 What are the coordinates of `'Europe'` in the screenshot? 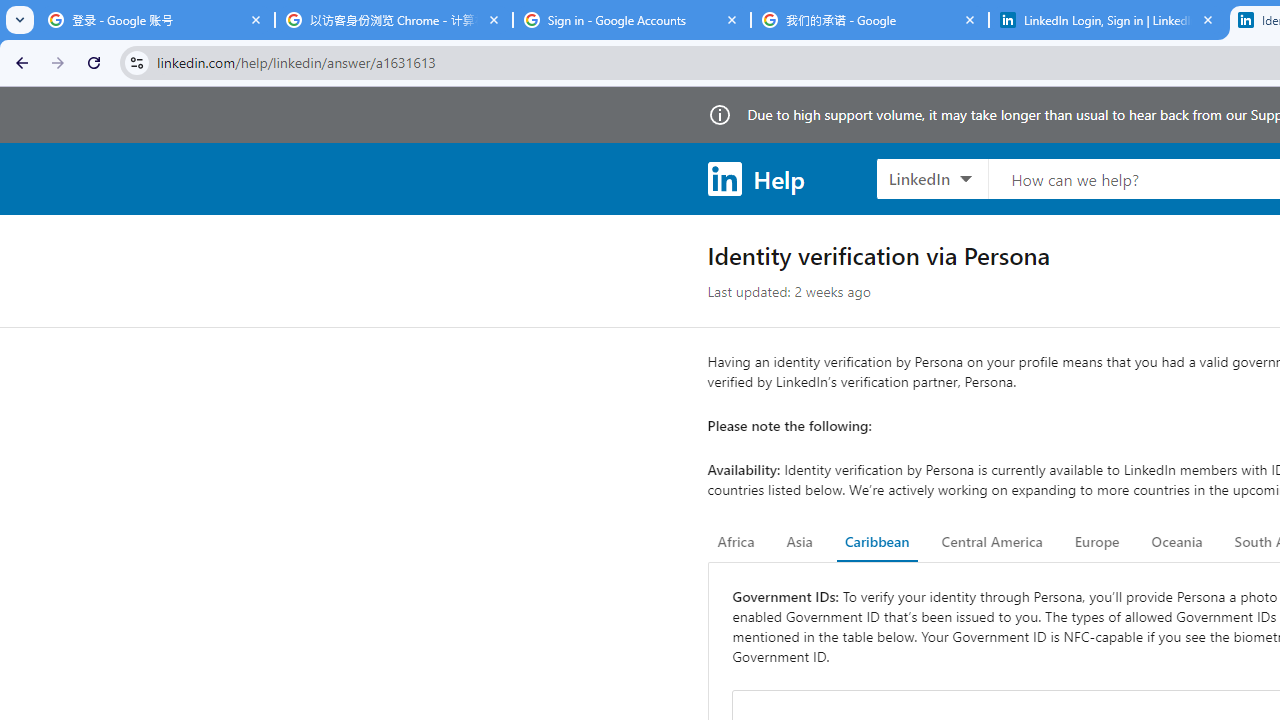 It's located at (1095, 542).